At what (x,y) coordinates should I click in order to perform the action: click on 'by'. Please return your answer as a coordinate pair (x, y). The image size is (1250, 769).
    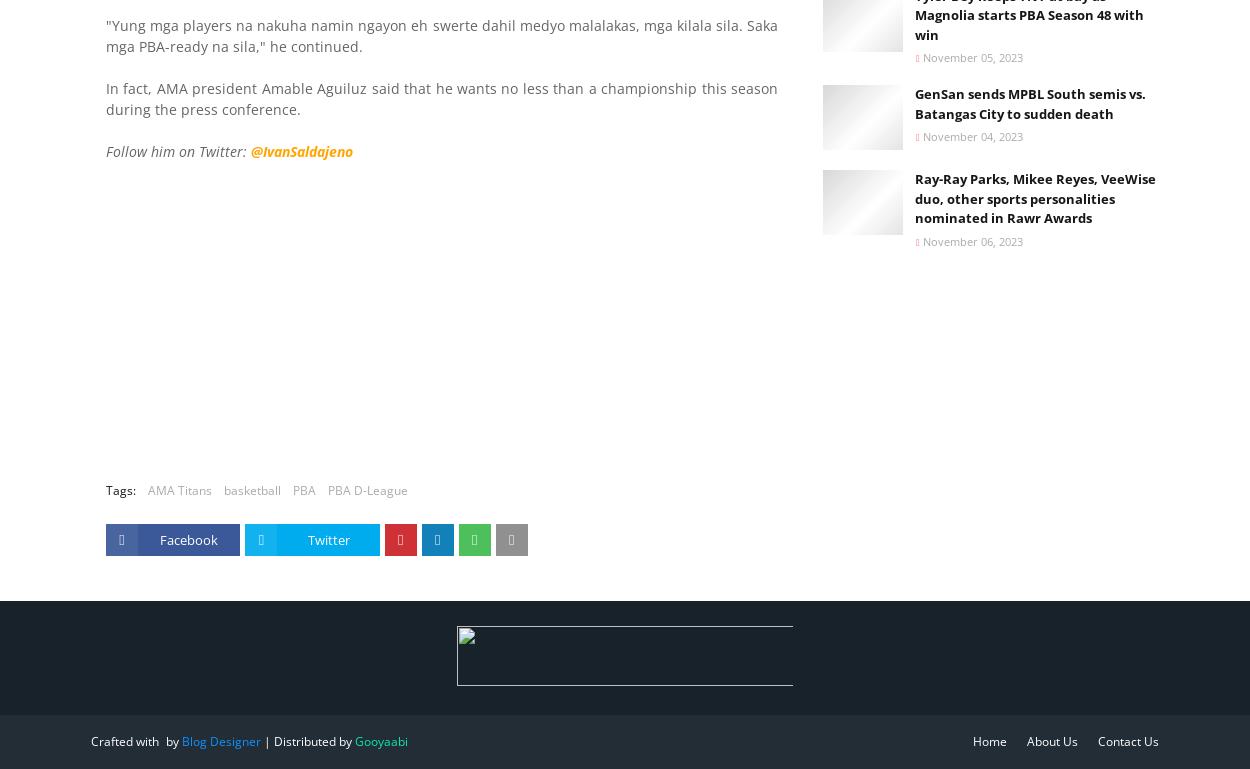
    Looking at the image, I should click on (174, 740).